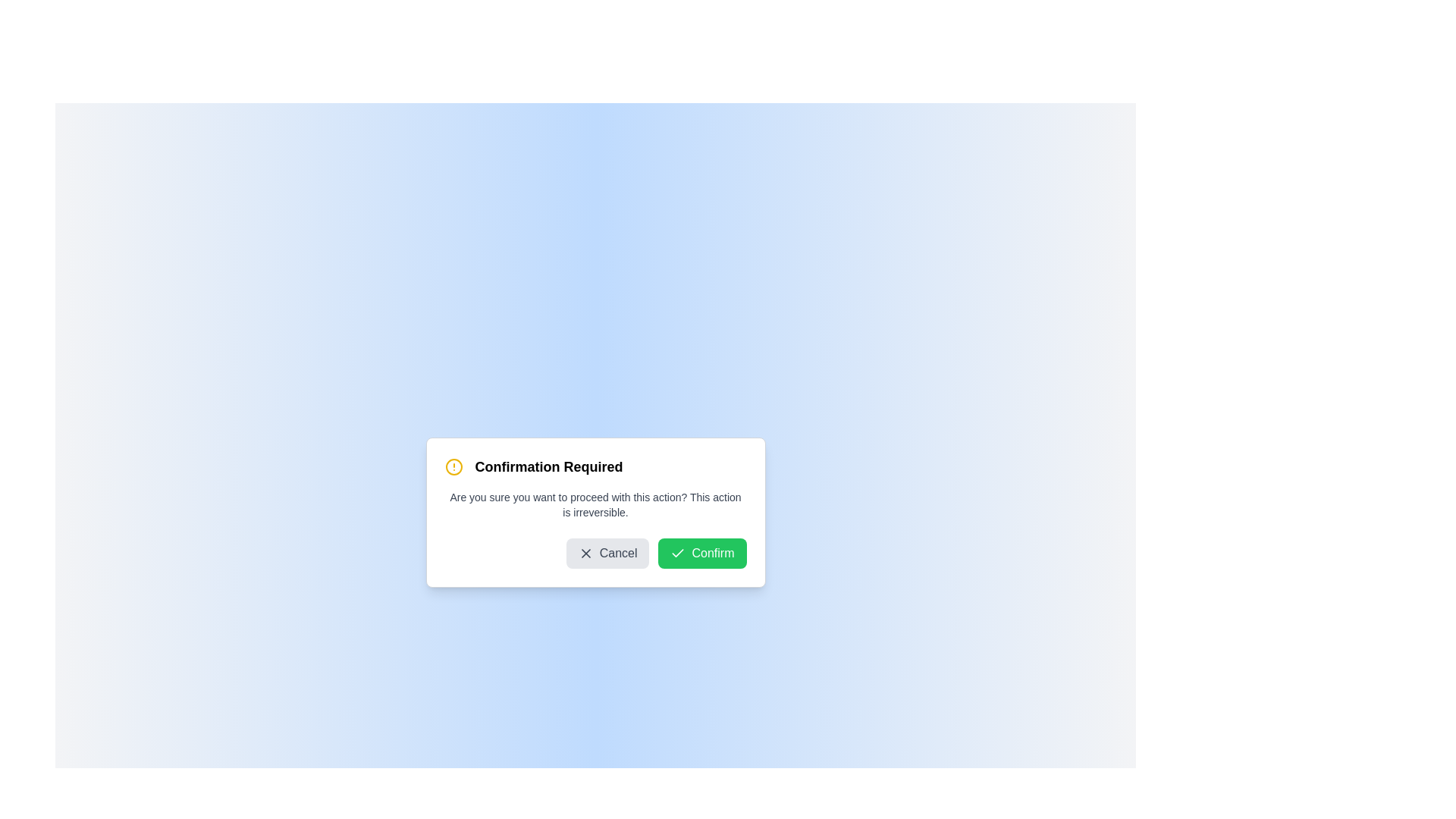  Describe the element at coordinates (453, 466) in the screenshot. I see `the visual indicator icon located to the left of the heading text 'Confirmation Required' within the dialog box` at that location.